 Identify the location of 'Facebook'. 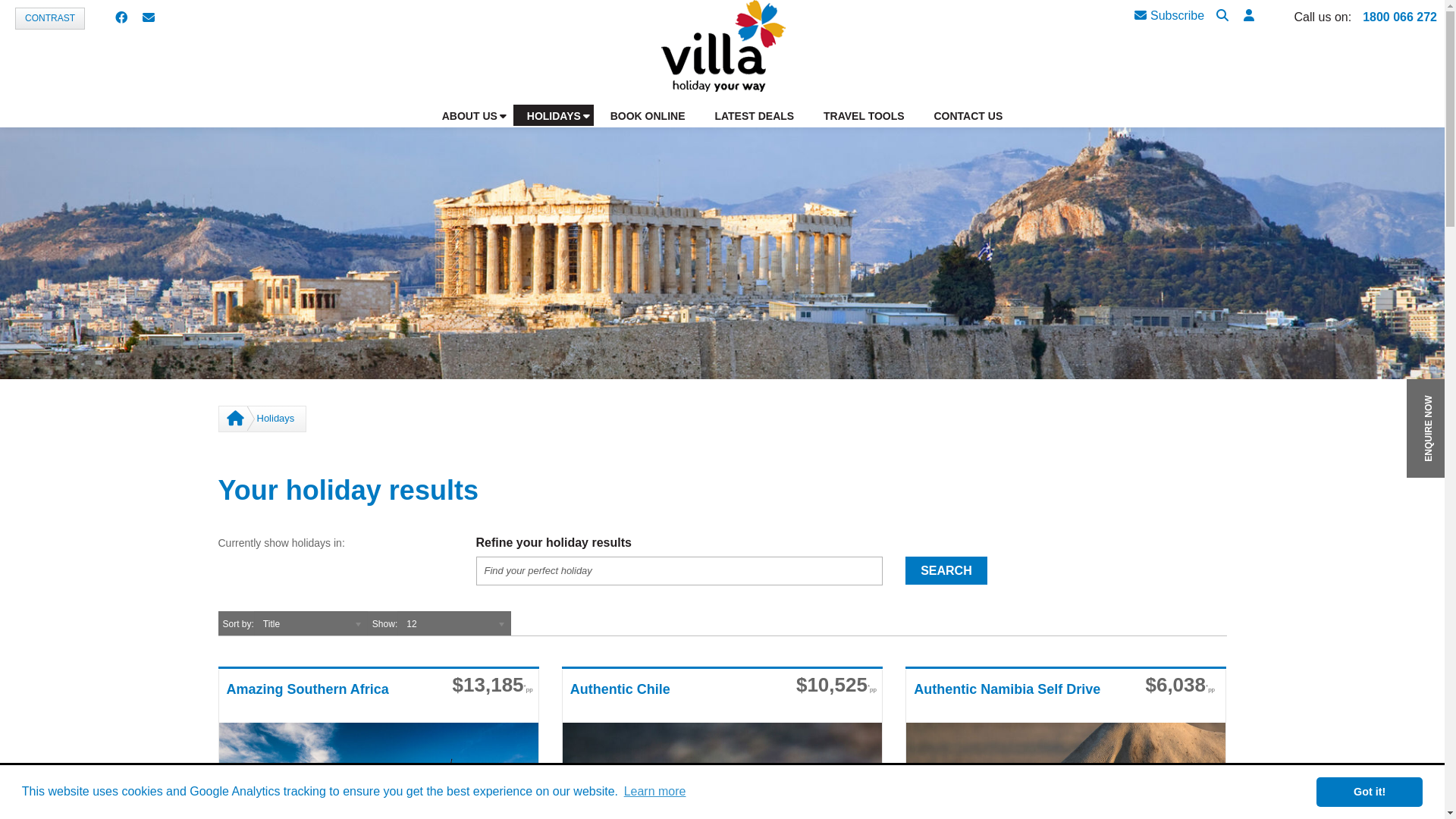
(115, 18).